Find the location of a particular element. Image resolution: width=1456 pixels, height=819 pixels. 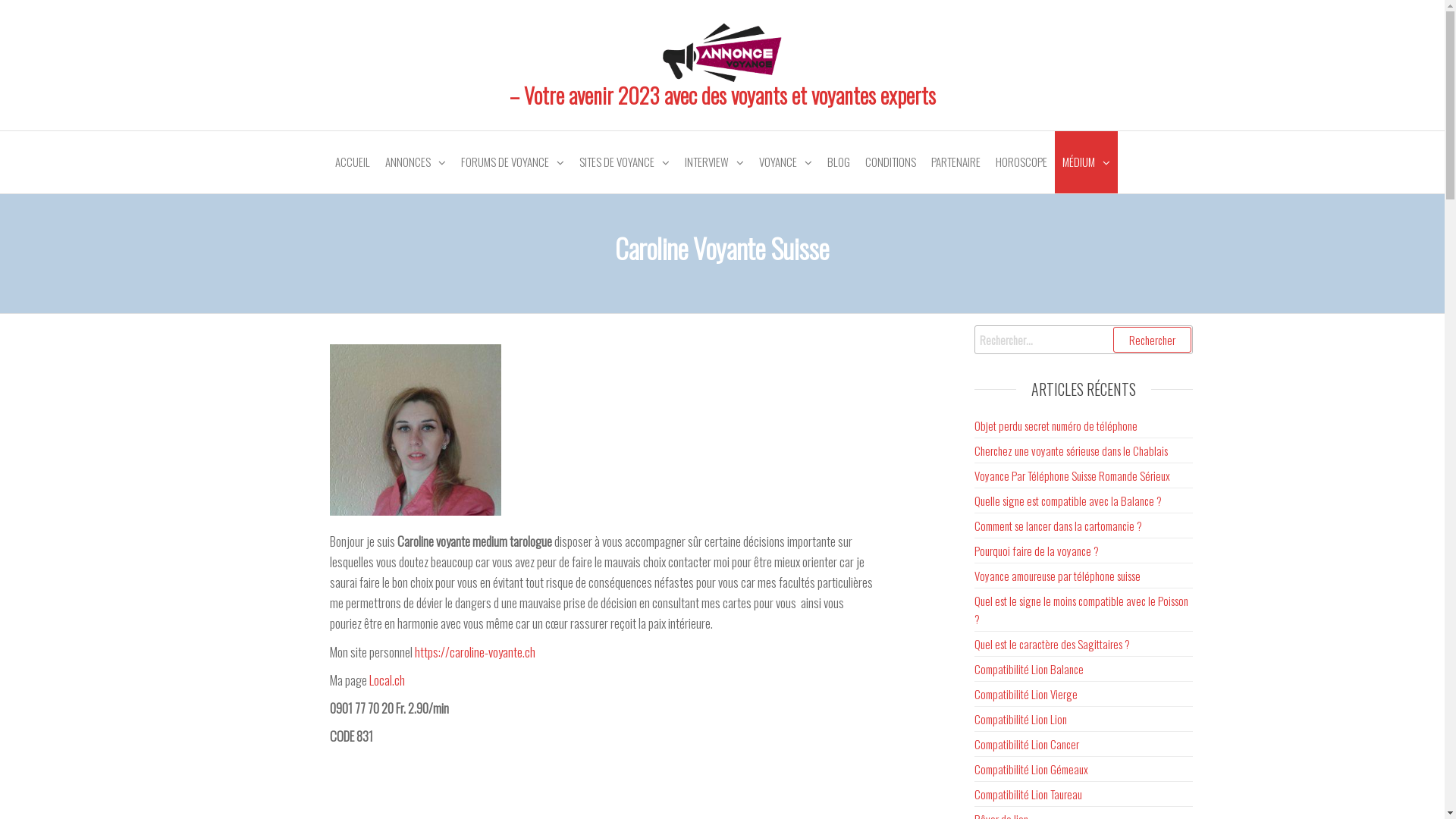

'Comment se lancer dans la cartomancie ?' is located at coordinates (1057, 525).